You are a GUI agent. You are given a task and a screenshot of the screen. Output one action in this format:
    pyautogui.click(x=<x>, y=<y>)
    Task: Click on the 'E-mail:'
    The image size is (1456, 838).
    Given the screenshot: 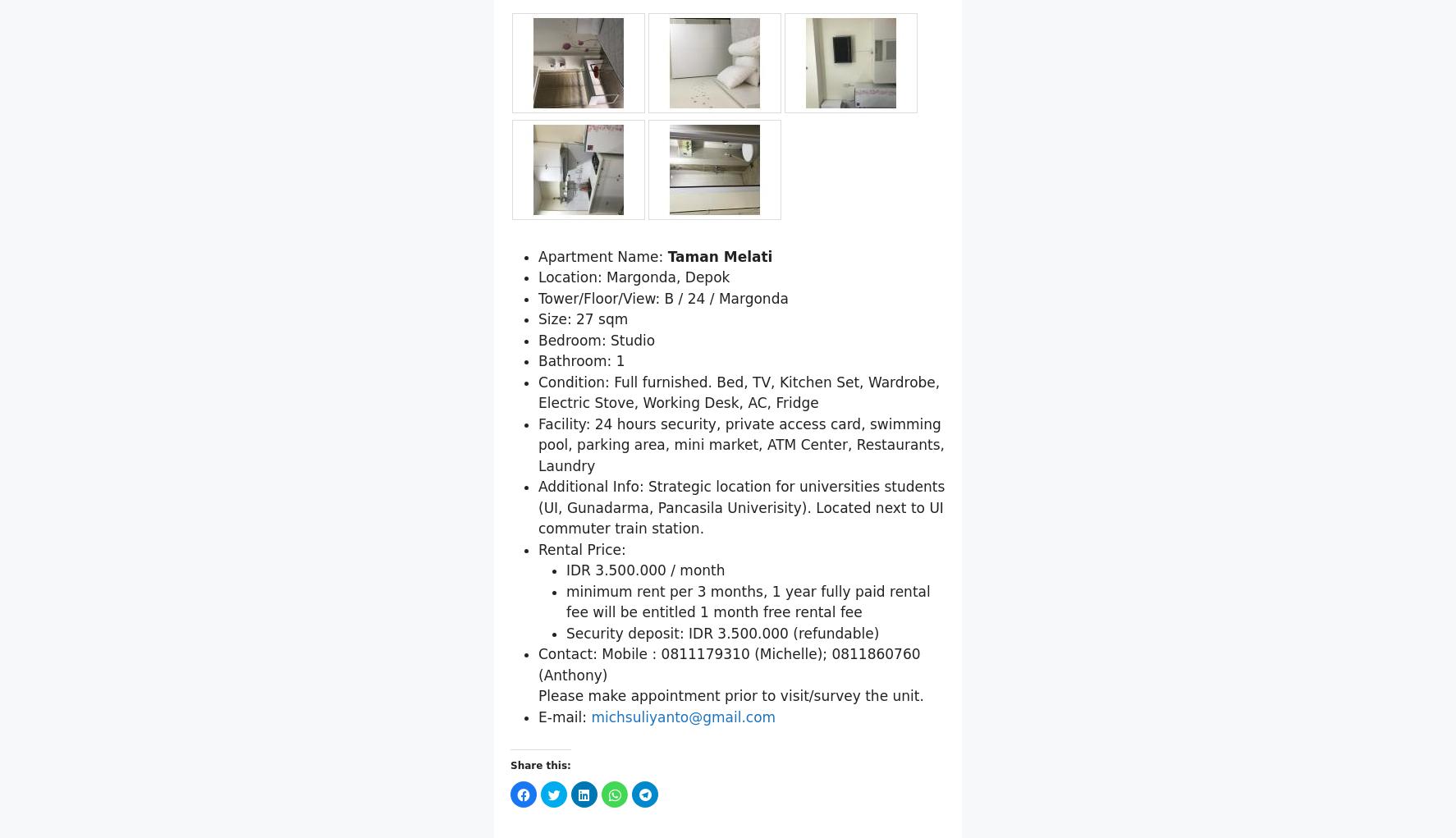 What is the action you would take?
    pyautogui.click(x=564, y=800)
    